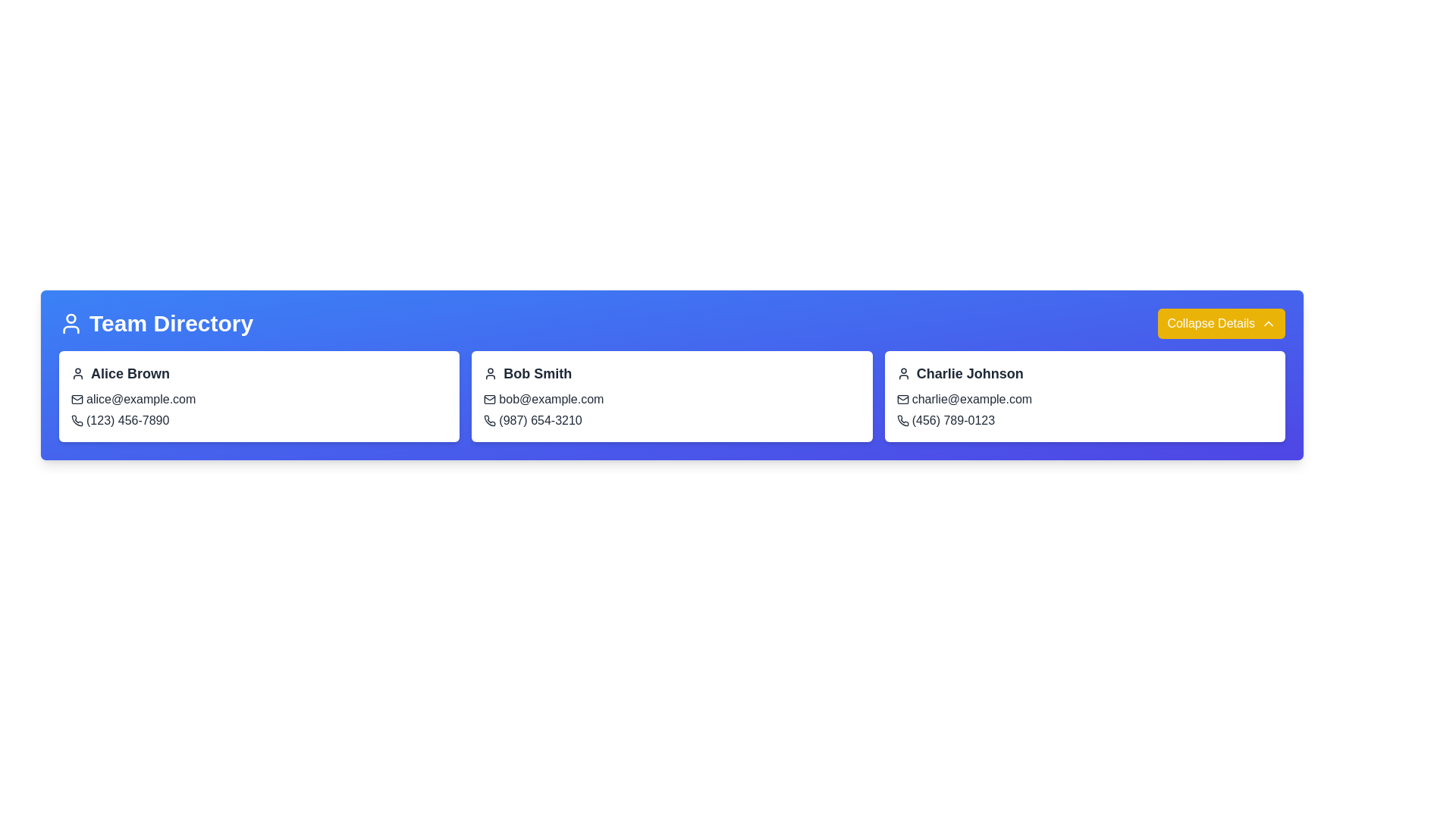  What do you see at coordinates (1084, 396) in the screenshot?
I see `the Information card for Charlie Johnson in the Team Directory section` at bounding box center [1084, 396].